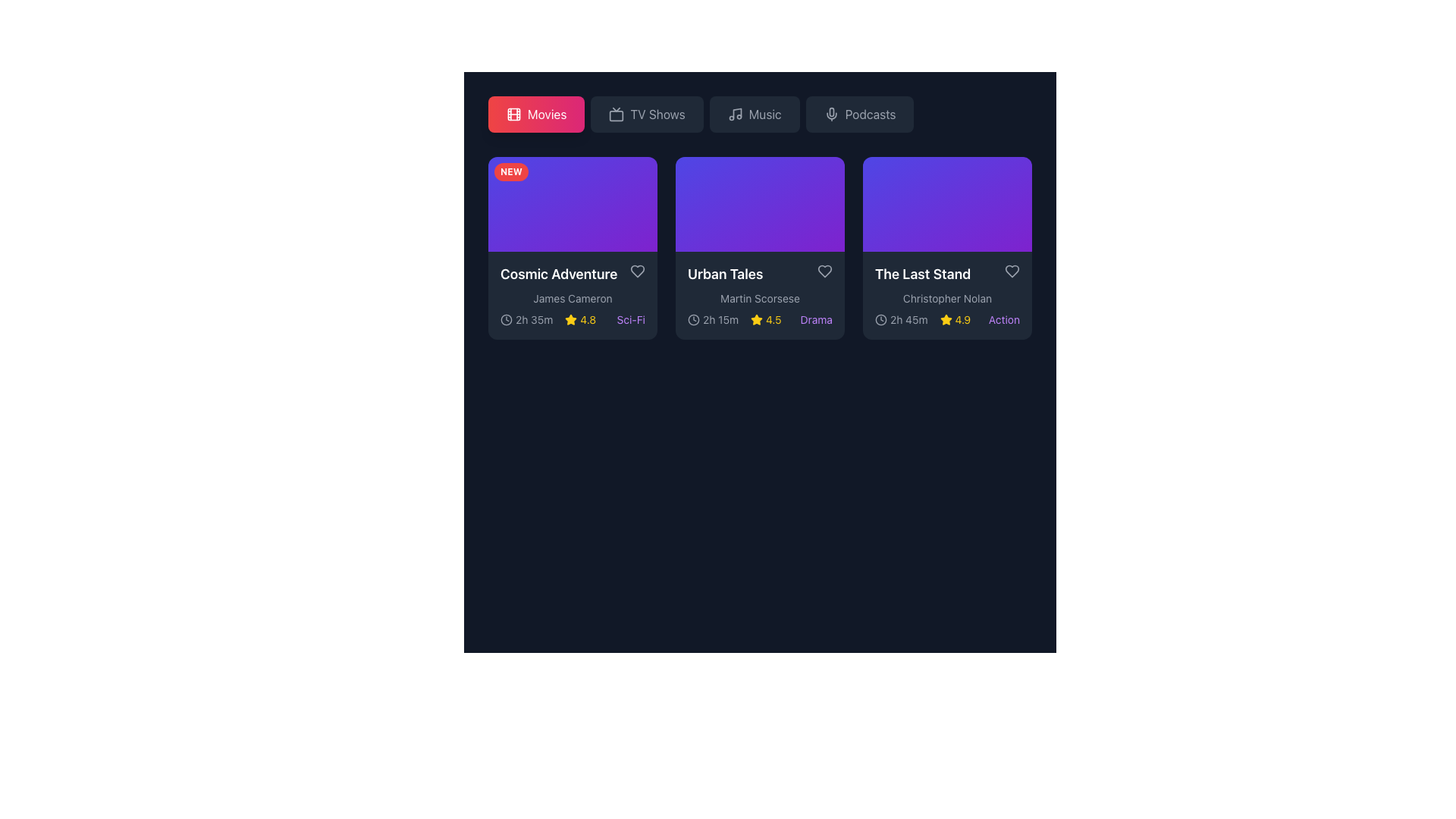 The height and width of the screenshot is (819, 1456). What do you see at coordinates (513, 113) in the screenshot?
I see `the 'Movies' icon located at the far left of the button labeled 'Movies' in the top-left section of the menu bar` at bounding box center [513, 113].